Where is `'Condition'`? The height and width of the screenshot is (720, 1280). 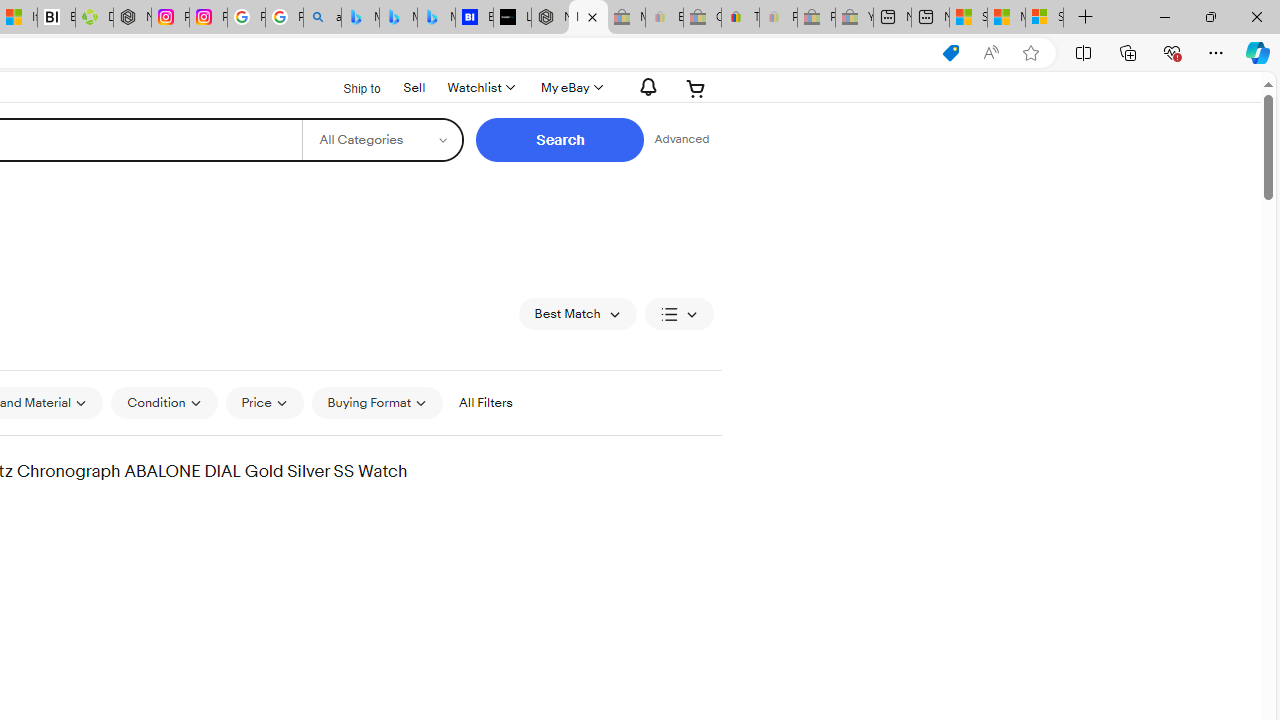
'Condition' is located at coordinates (164, 402).